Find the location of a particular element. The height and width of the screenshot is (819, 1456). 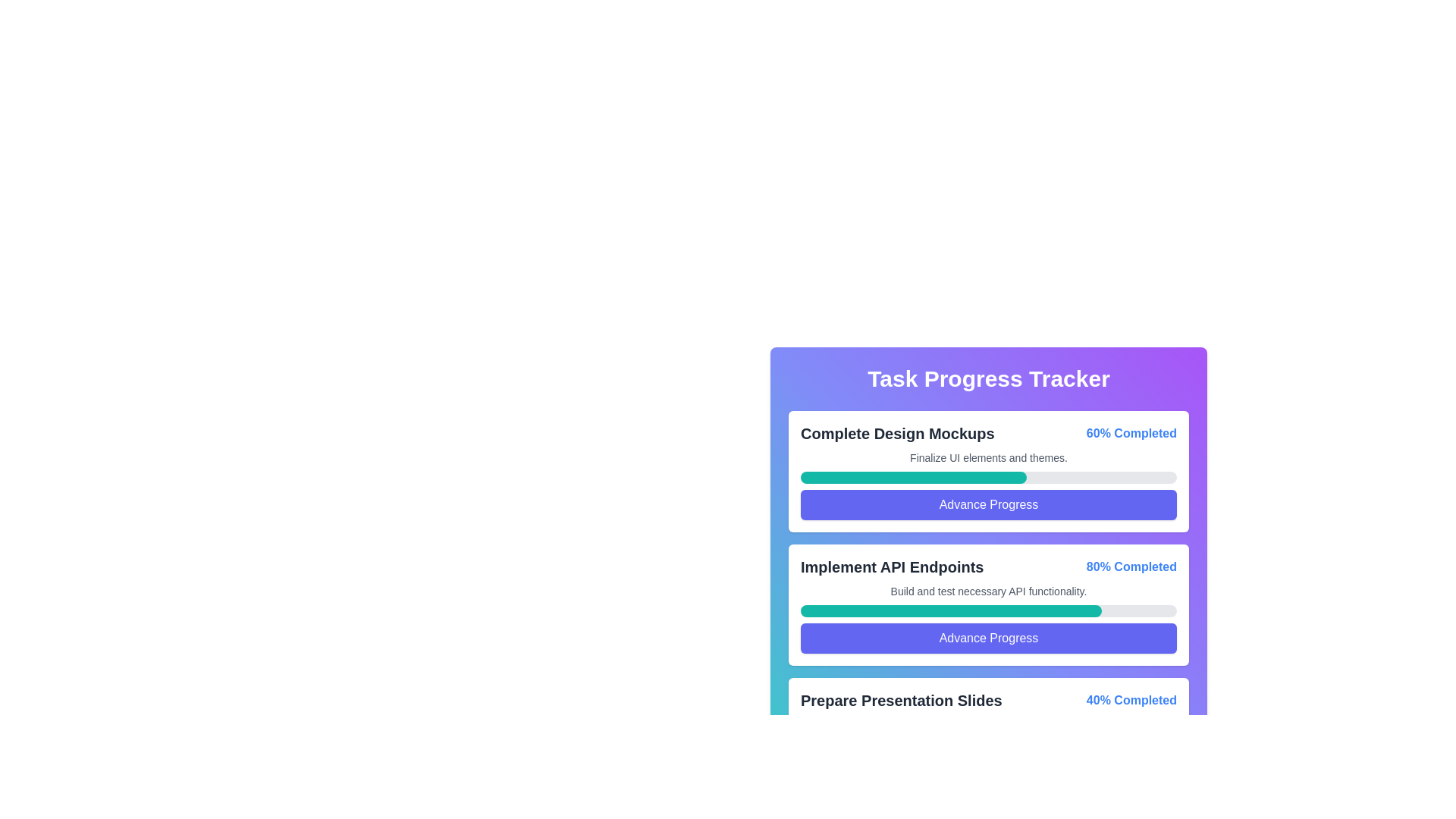

the static text displaying '40% Completed' in a bold blue font, which is positioned next to the 'Prepare Presentation Slides' label at the far right of the task list is located at coordinates (1131, 701).